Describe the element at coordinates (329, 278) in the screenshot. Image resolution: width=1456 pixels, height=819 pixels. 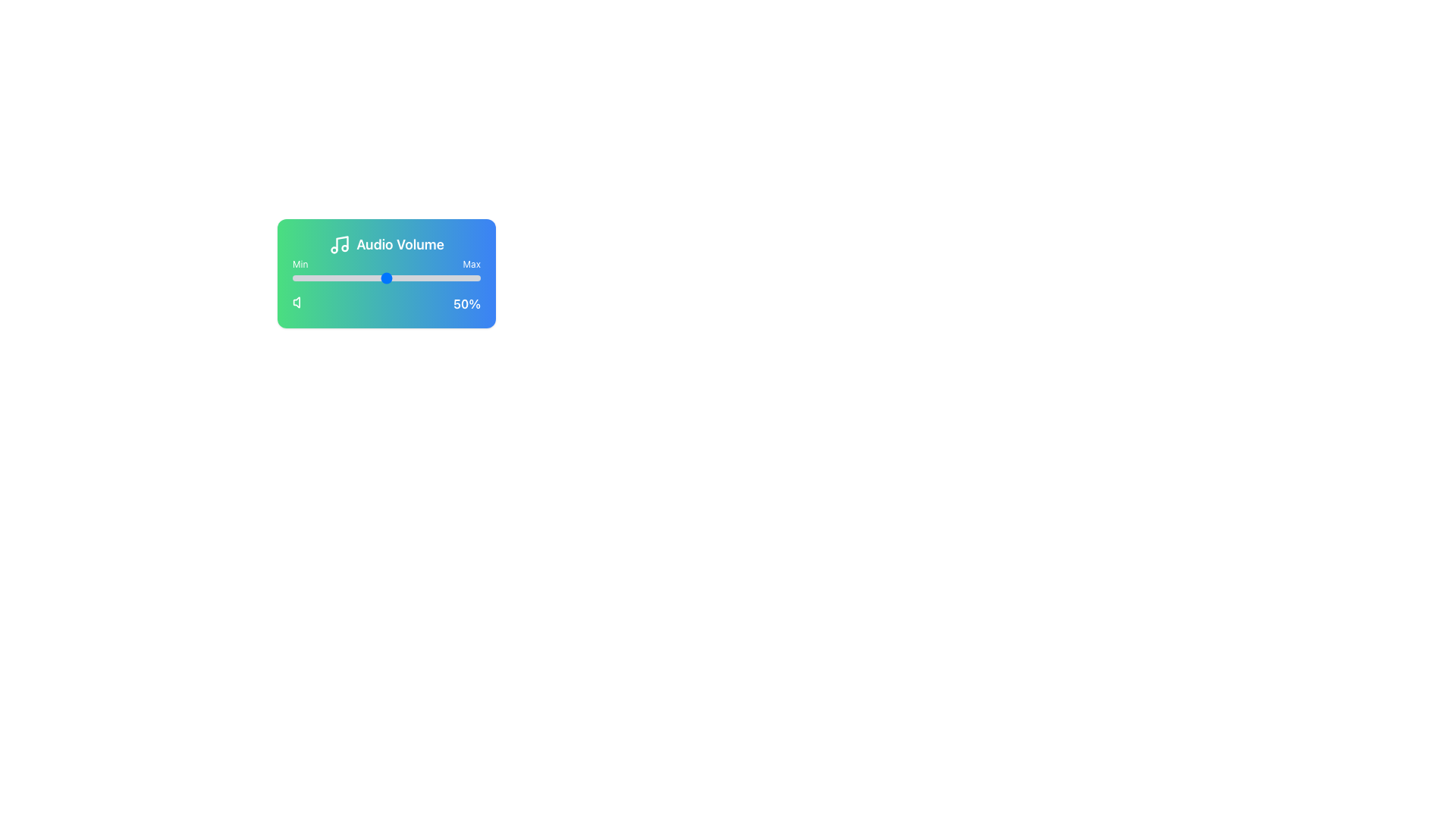
I see `the audio volume slider` at that location.